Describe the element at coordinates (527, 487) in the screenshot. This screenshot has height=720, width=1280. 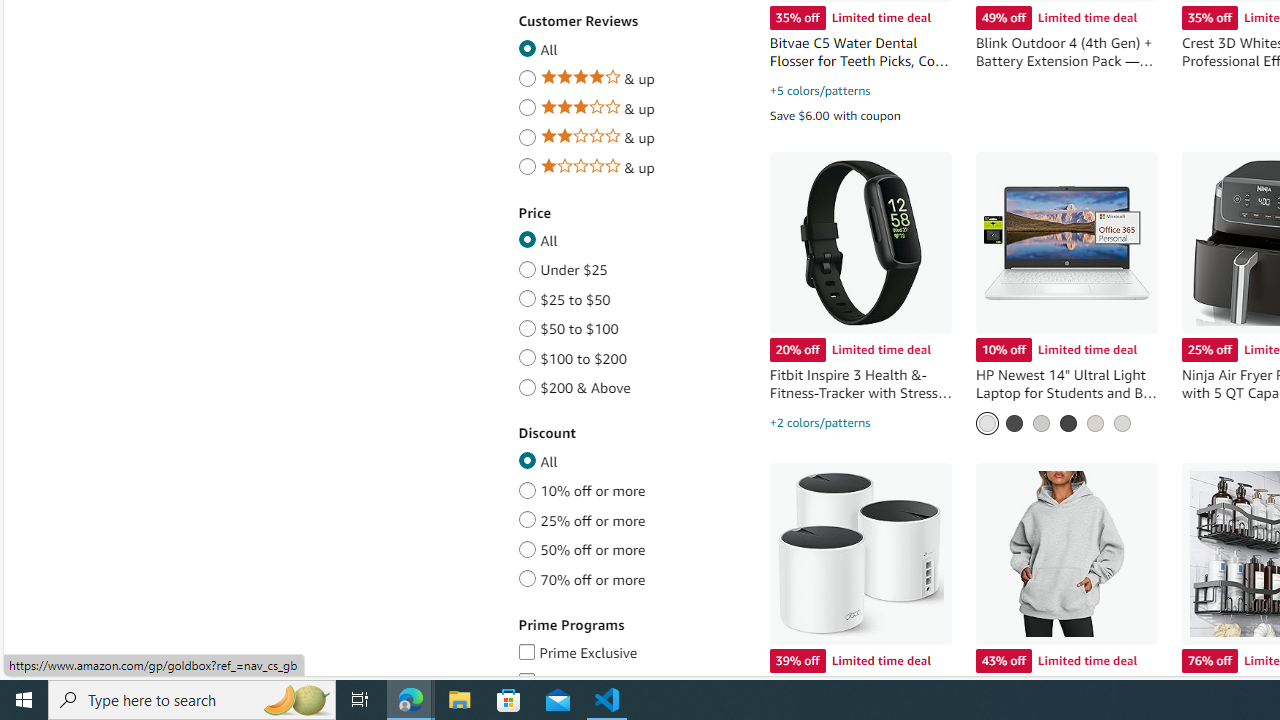
I see `'10% off or more'` at that location.